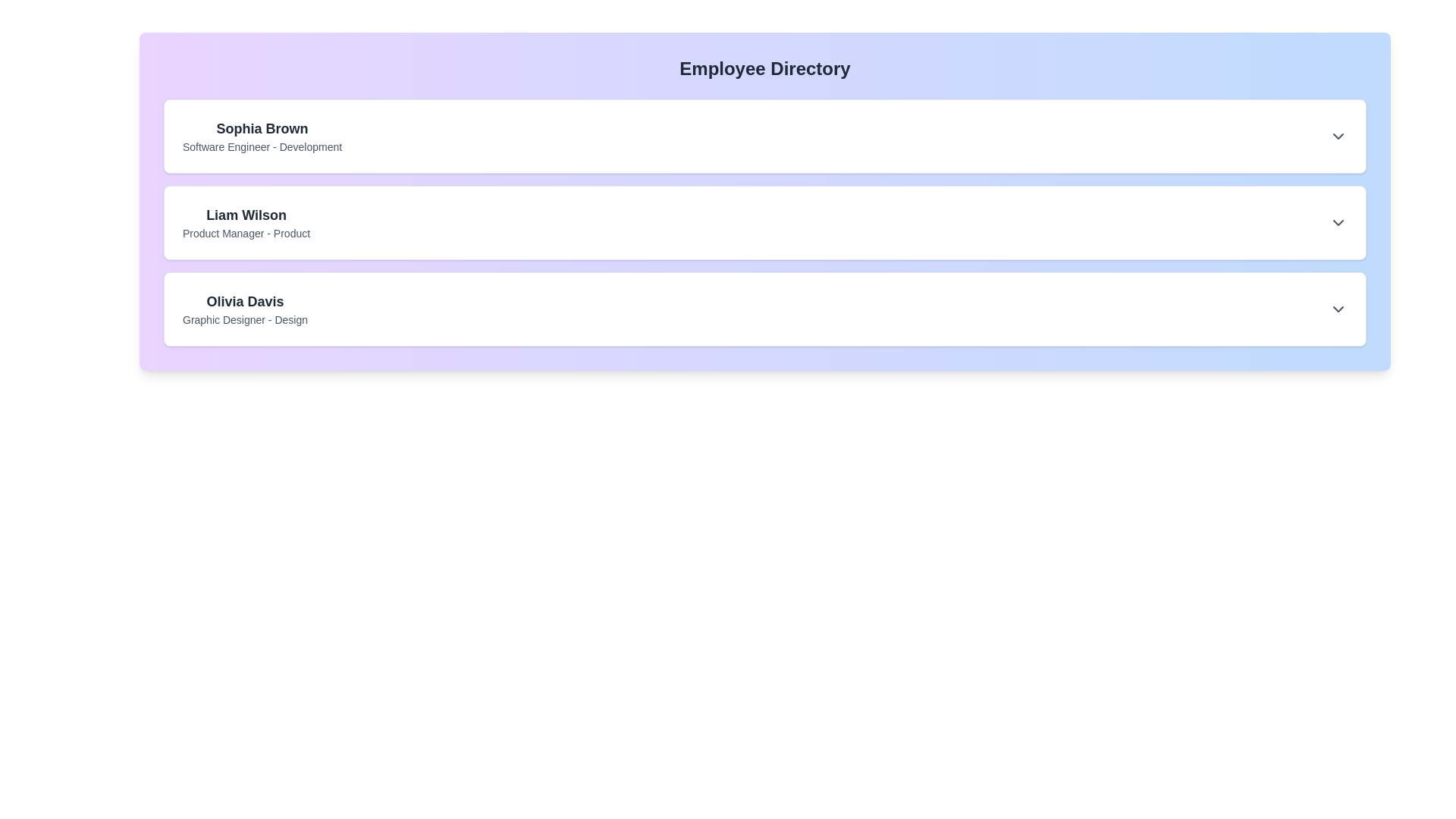 The height and width of the screenshot is (819, 1456). Describe the element at coordinates (1338, 309) in the screenshot. I see `the chevron button located at the extreme right of the card displaying 'Olivia Davis Graphic Designer - Design'` at that location.